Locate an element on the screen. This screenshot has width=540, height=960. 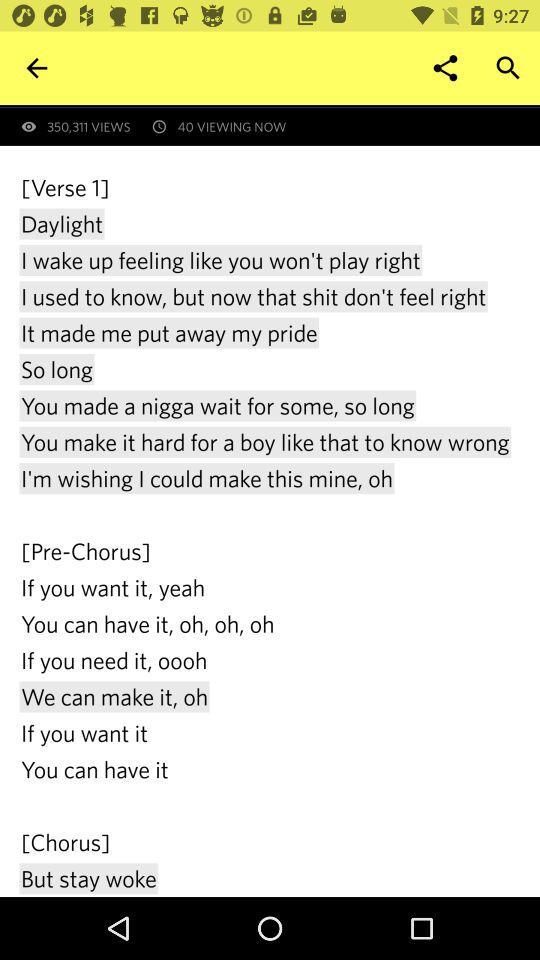
first revealed at is located at coordinates (279, 106).